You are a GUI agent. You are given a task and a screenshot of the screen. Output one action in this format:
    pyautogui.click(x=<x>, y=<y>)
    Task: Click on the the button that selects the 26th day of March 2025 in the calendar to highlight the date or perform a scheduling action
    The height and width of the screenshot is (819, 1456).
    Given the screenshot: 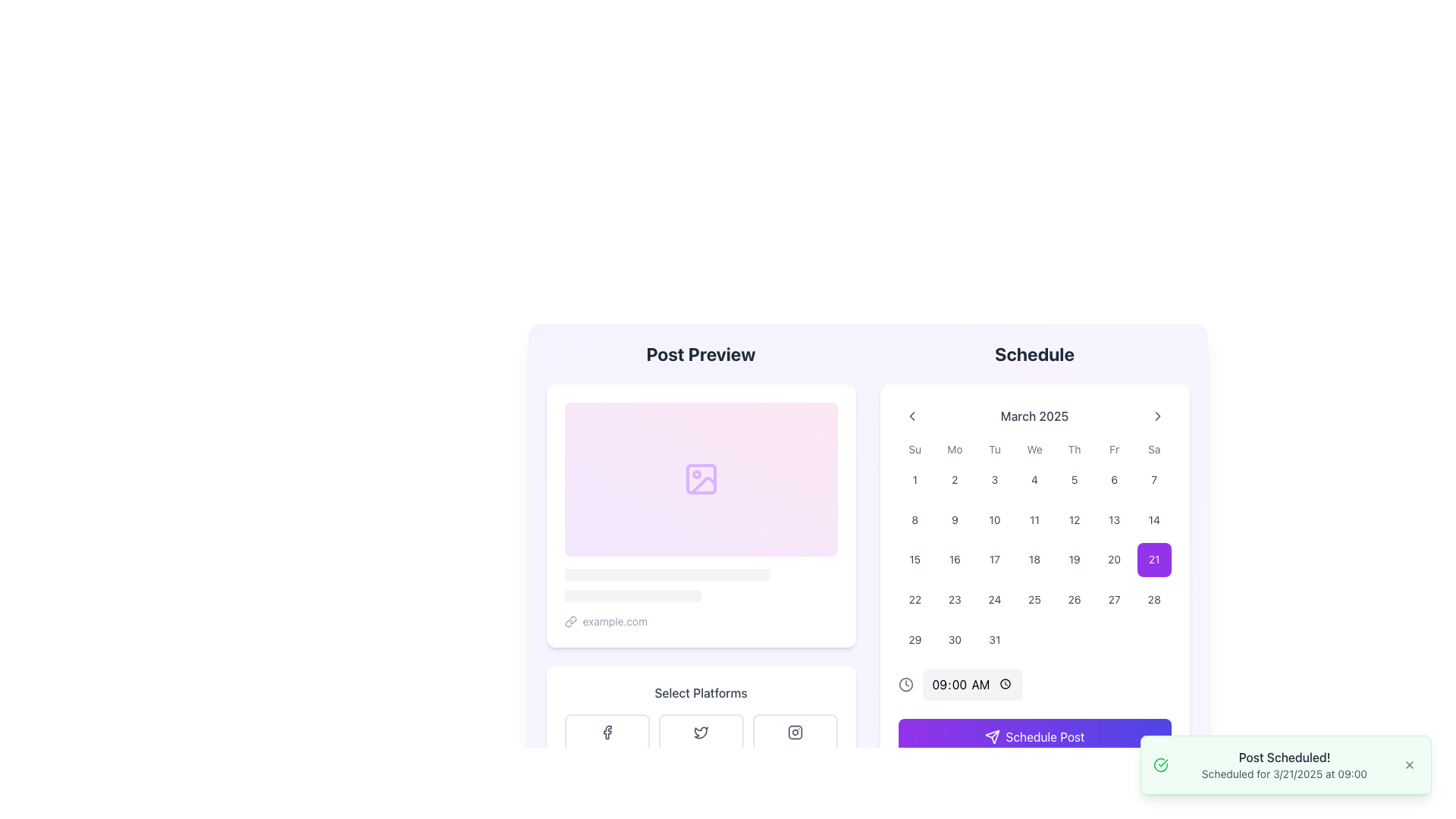 What is the action you would take?
    pyautogui.click(x=1074, y=598)
    